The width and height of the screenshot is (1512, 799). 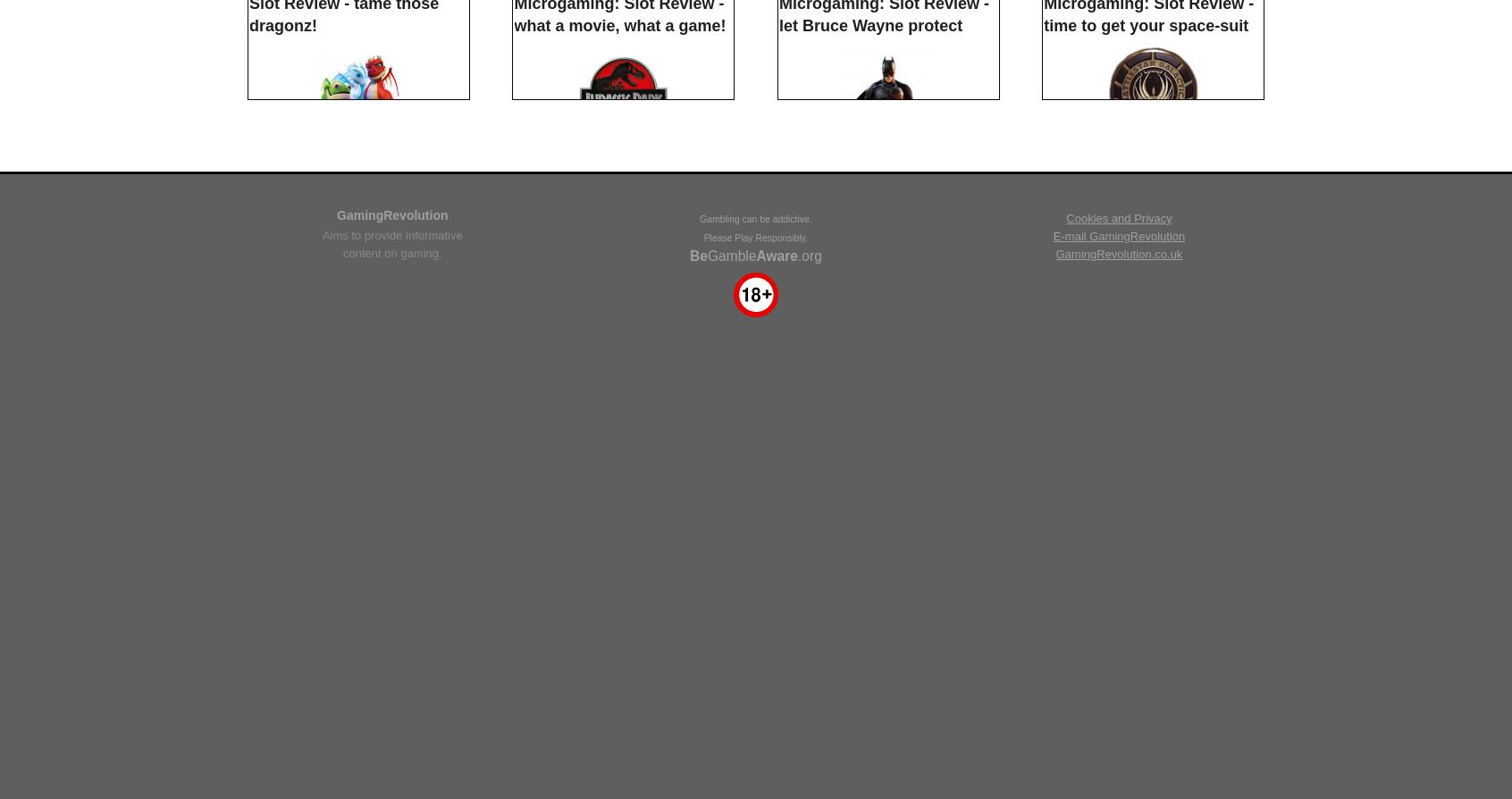 What do you see at coordinates (698, 702) in the screenshot?
I see `'Be'` at bounding box center [698, 702].